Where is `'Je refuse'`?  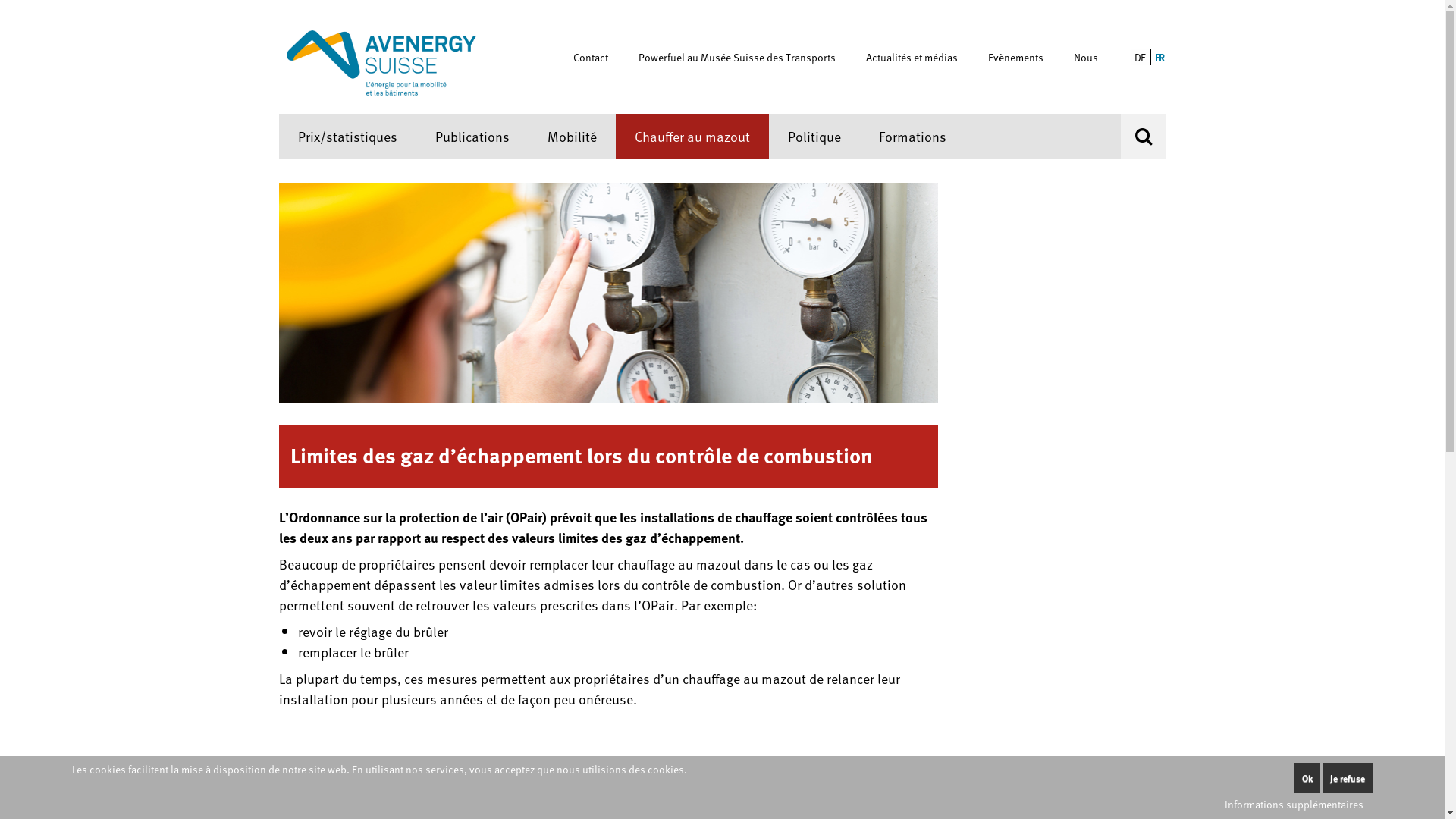
'Je refuse' is located at coordinates (1347, 778).